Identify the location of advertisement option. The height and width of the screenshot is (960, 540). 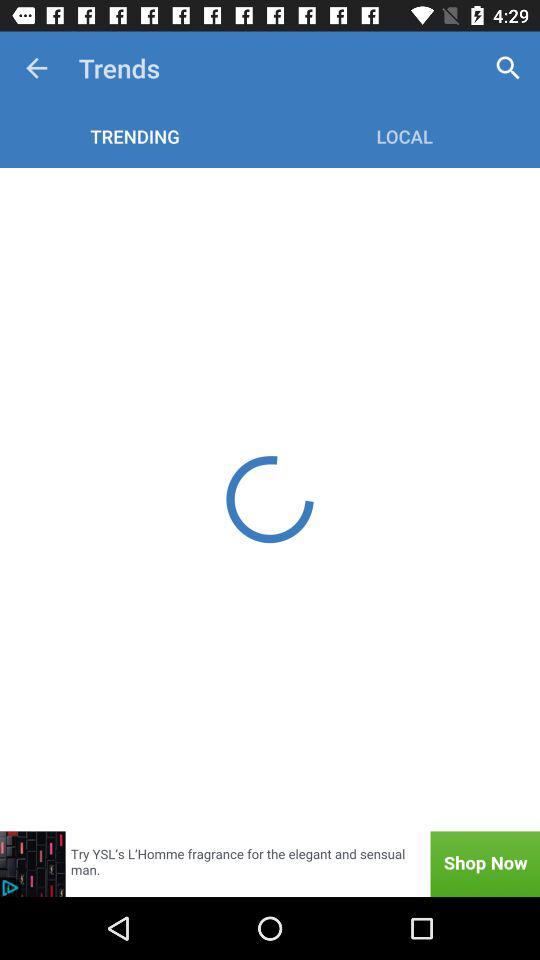
(270, 863).